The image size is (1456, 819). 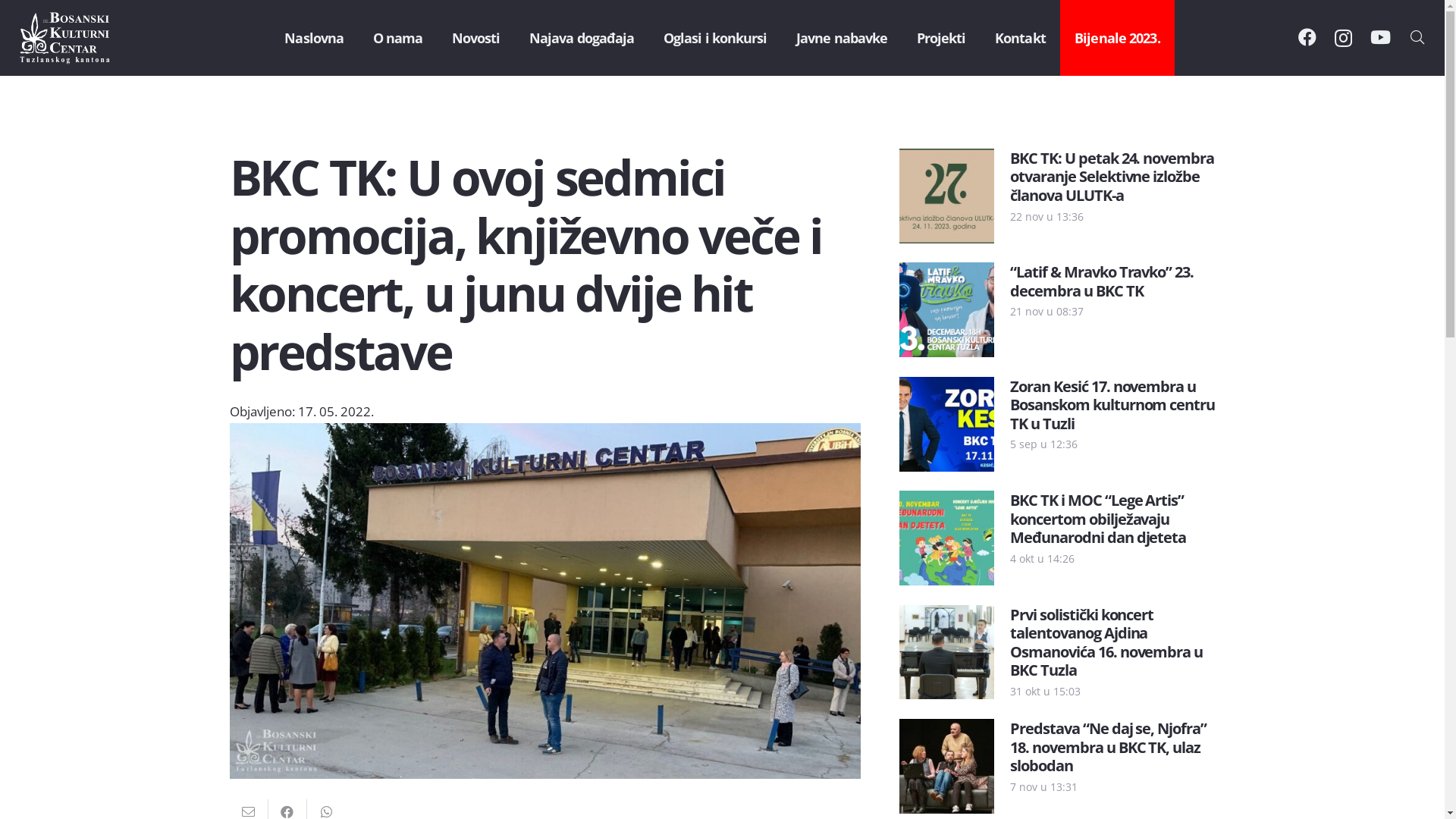 What do you see at coordinates (1370, 36) in the screenshot?
I see `'YouTube'` at bounding box center [1370, 36].